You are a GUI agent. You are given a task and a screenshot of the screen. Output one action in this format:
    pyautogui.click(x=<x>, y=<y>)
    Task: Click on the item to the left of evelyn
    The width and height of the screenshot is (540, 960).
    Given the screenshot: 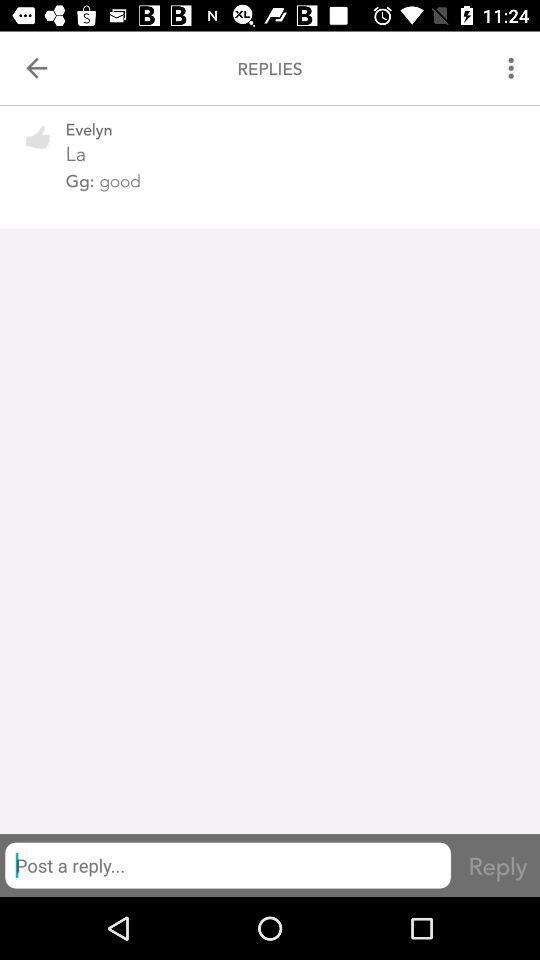 What is the action you would take?
    pyautogui.click(x=38, y=148)
    